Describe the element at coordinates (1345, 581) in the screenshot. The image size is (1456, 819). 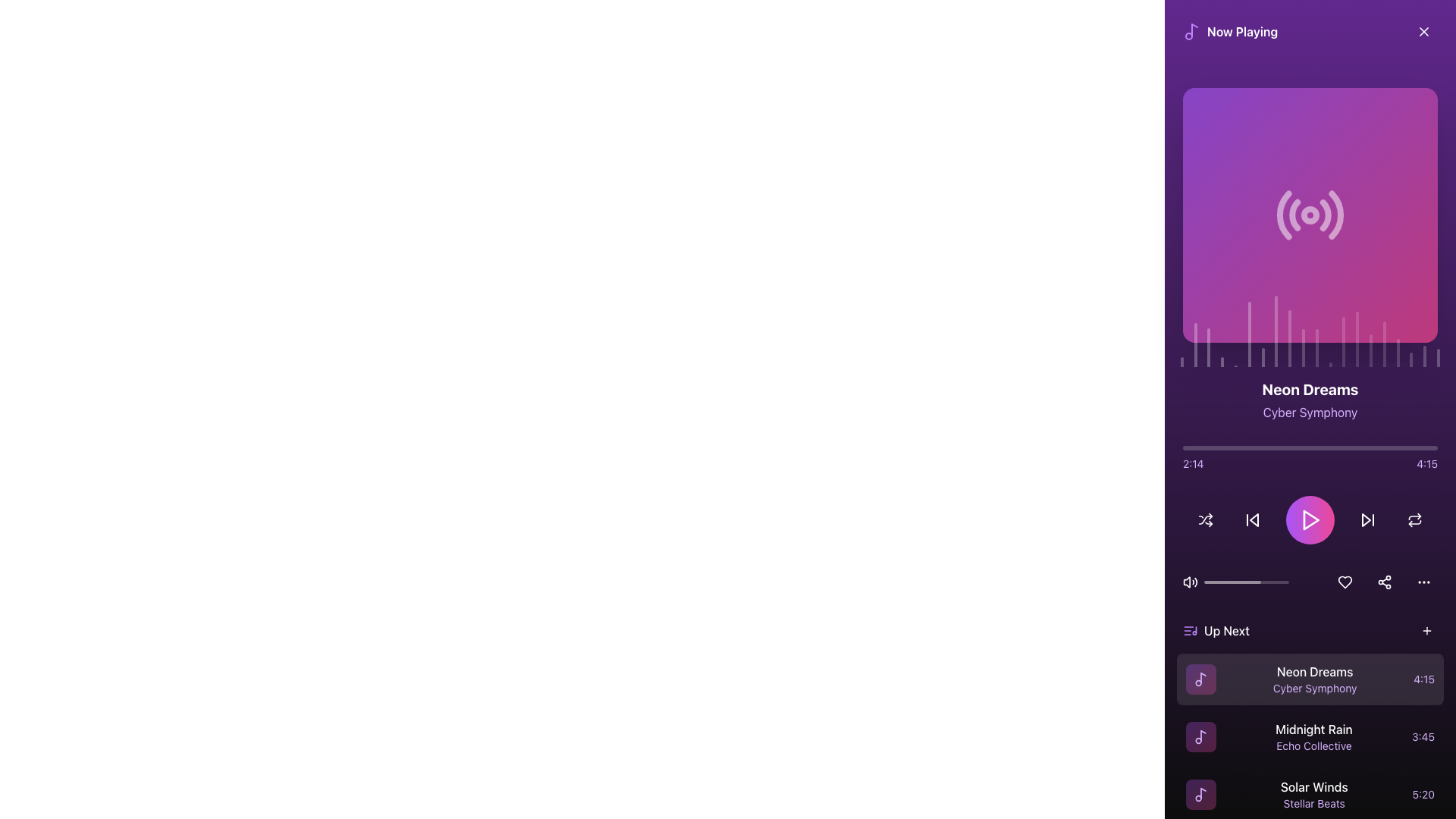
I see `the heart-shaped icon button, which is styled with a modern, minimalistic line design in white against a dark purple background, to like or unlike the current track` at that location.